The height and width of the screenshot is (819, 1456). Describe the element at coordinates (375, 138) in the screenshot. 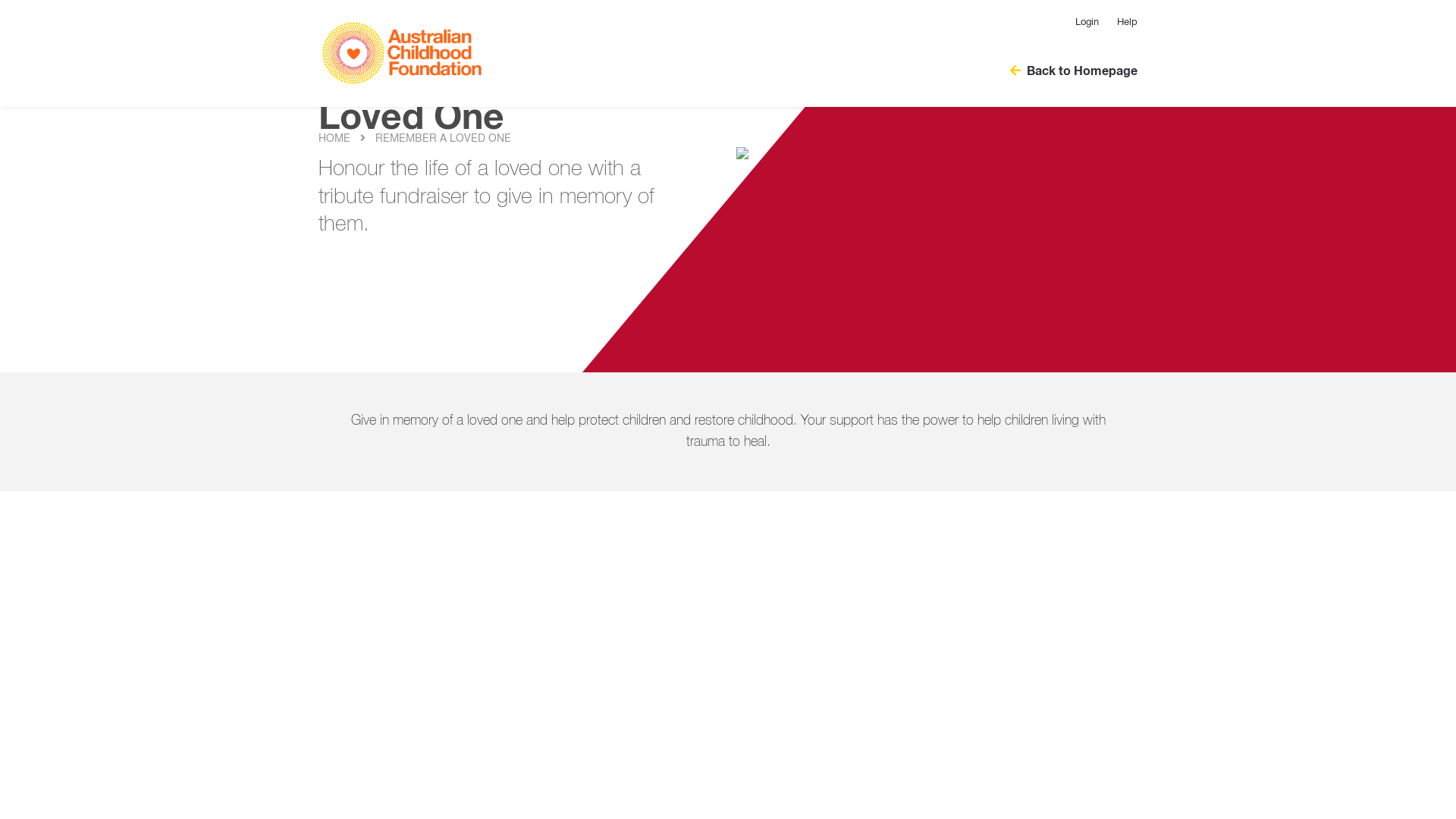

I see `'REMEMBER A LOVED ONE'` at that location.